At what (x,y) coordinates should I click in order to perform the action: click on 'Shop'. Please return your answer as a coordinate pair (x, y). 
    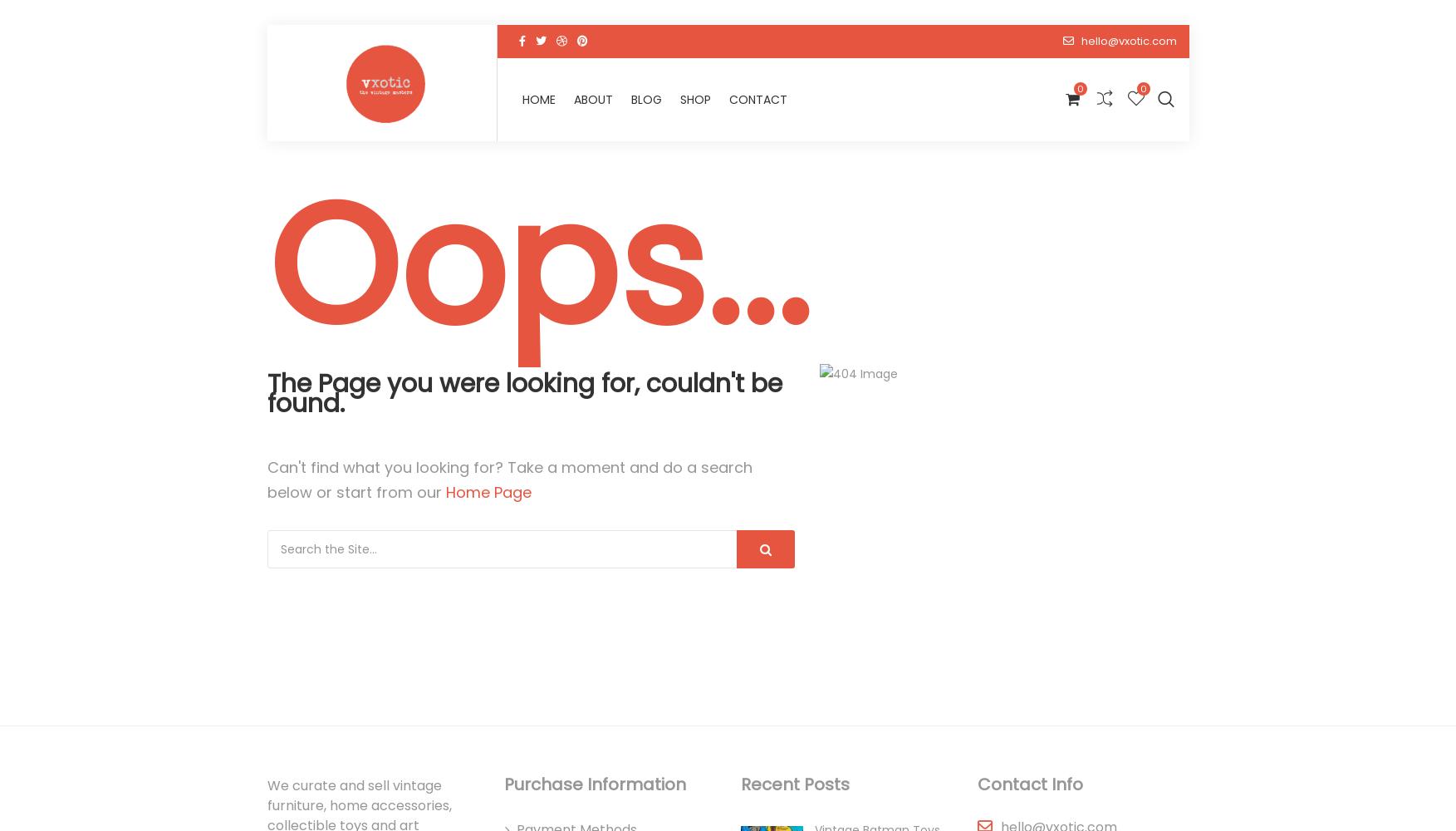
    Looking at the image, I should click on (1017, 102).